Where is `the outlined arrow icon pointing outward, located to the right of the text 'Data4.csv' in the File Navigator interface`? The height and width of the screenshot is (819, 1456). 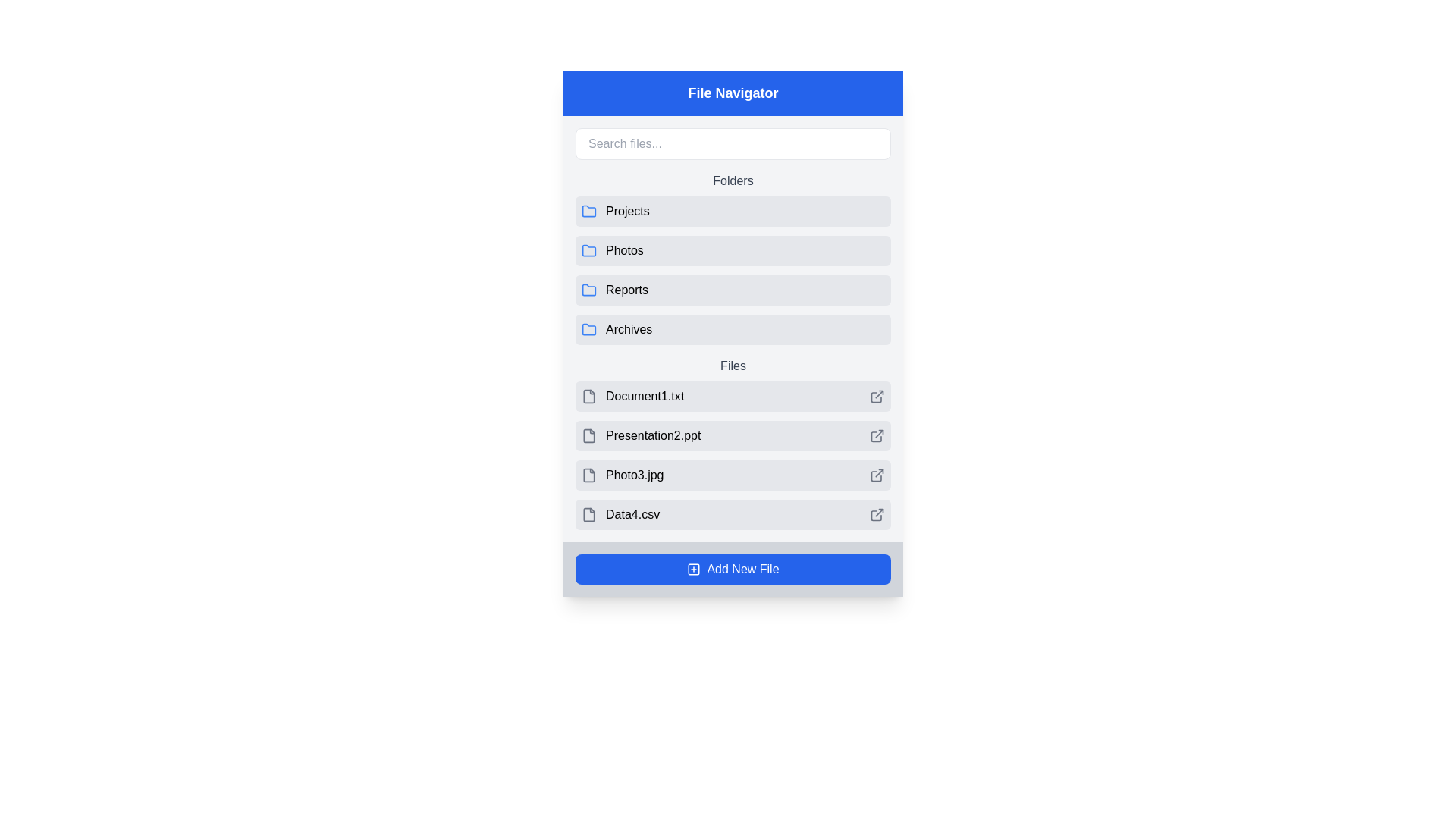
the outlined arrow icon pointing outward, located to the right of the text 'Data4.csv' in the File Navigator interface is located at coordinates (877, 513).